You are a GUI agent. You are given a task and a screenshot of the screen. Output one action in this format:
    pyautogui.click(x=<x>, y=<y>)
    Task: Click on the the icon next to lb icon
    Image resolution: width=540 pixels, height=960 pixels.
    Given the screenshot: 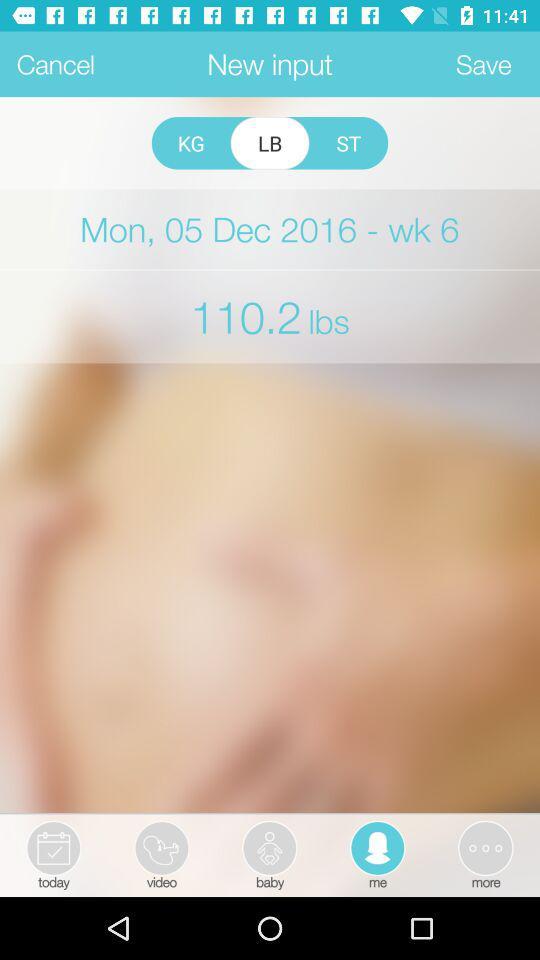 What is the action you would take?
    pyautogui.click(x=347, y=142)
    